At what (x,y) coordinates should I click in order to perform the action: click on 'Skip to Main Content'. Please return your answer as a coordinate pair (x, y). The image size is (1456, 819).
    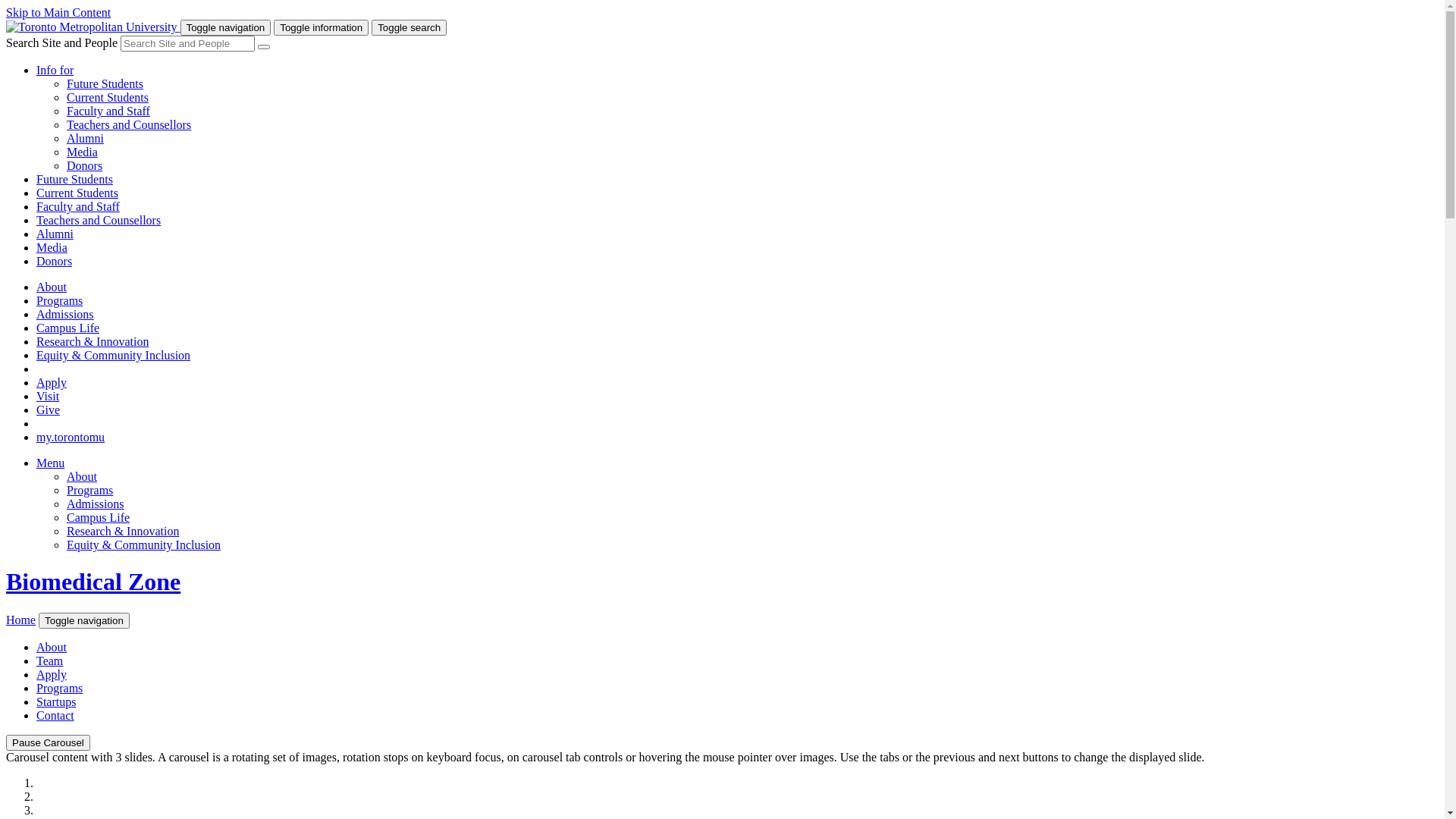
    Looking at the image, I should click on (58, 12).